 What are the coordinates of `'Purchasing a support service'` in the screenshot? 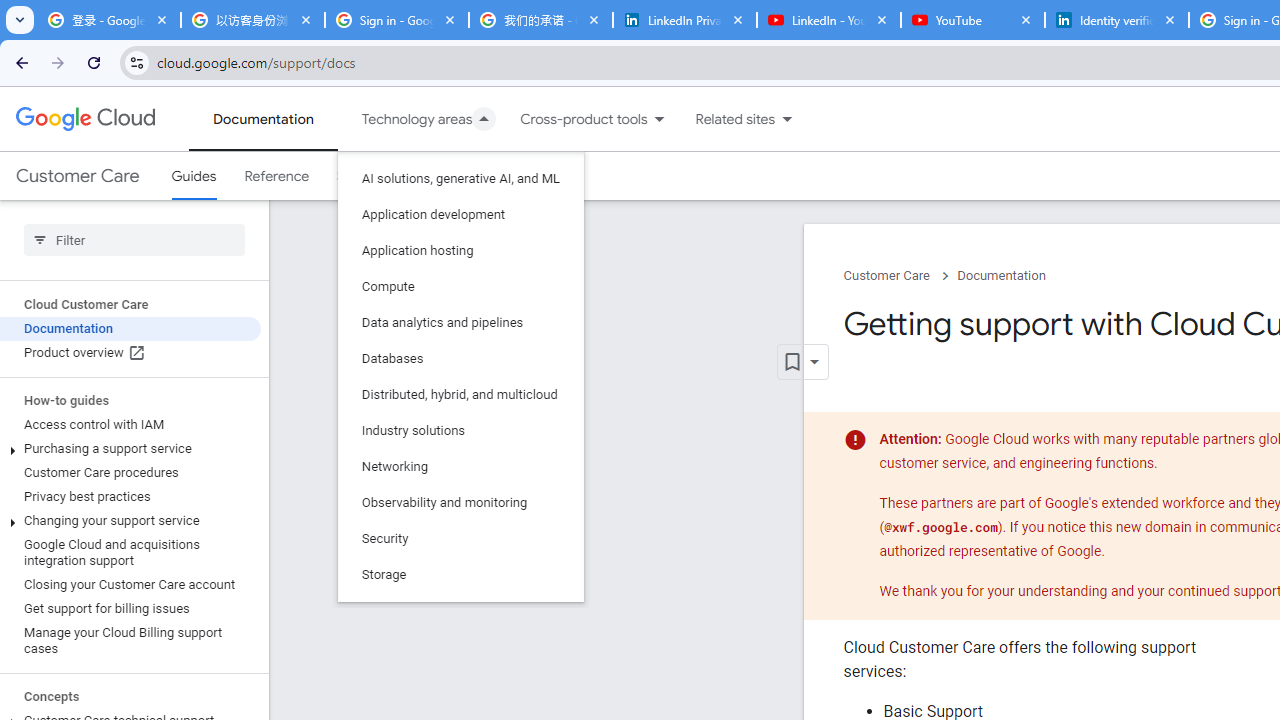 It's located at (129, 447).